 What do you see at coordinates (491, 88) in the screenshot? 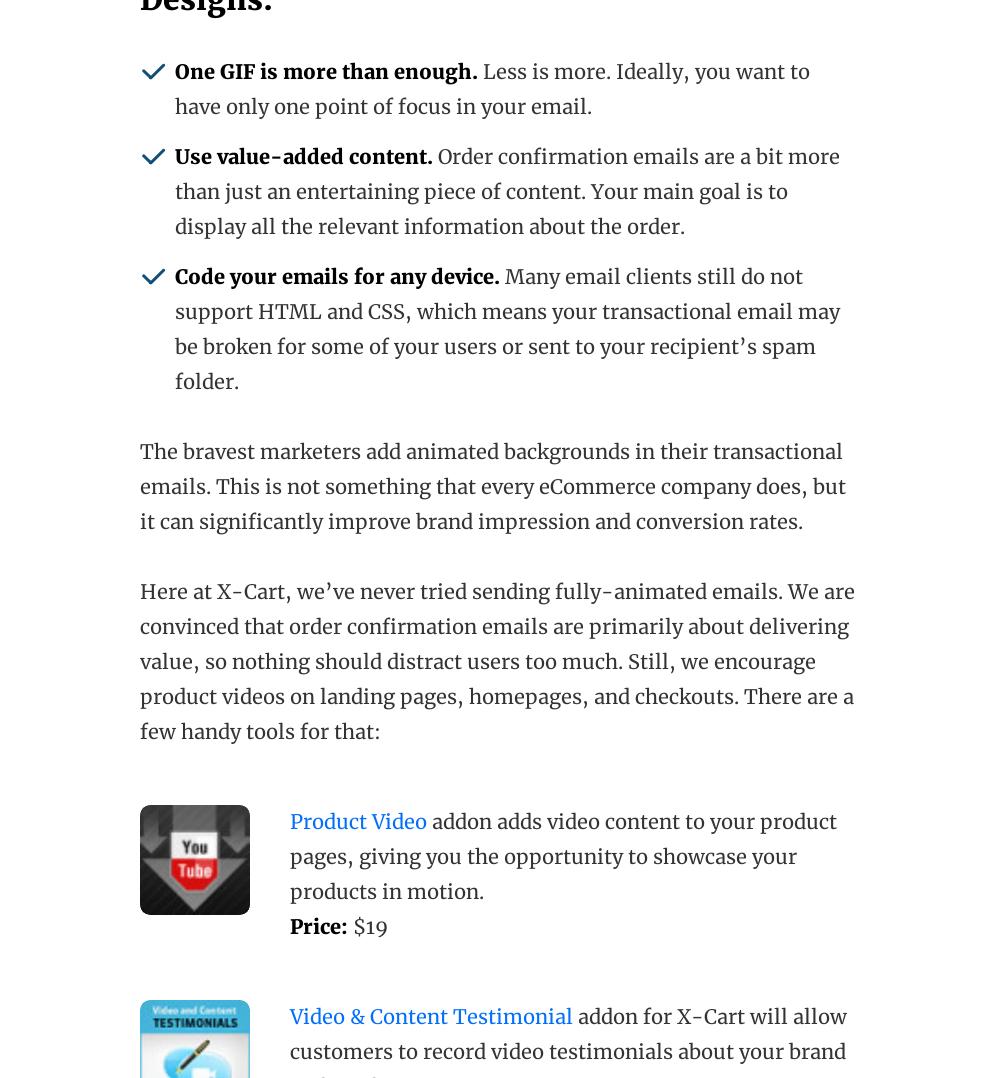
I see `'Less is more. Ideally, you want to have only one point of focus in your email.'` at bounding box center [491, 88].